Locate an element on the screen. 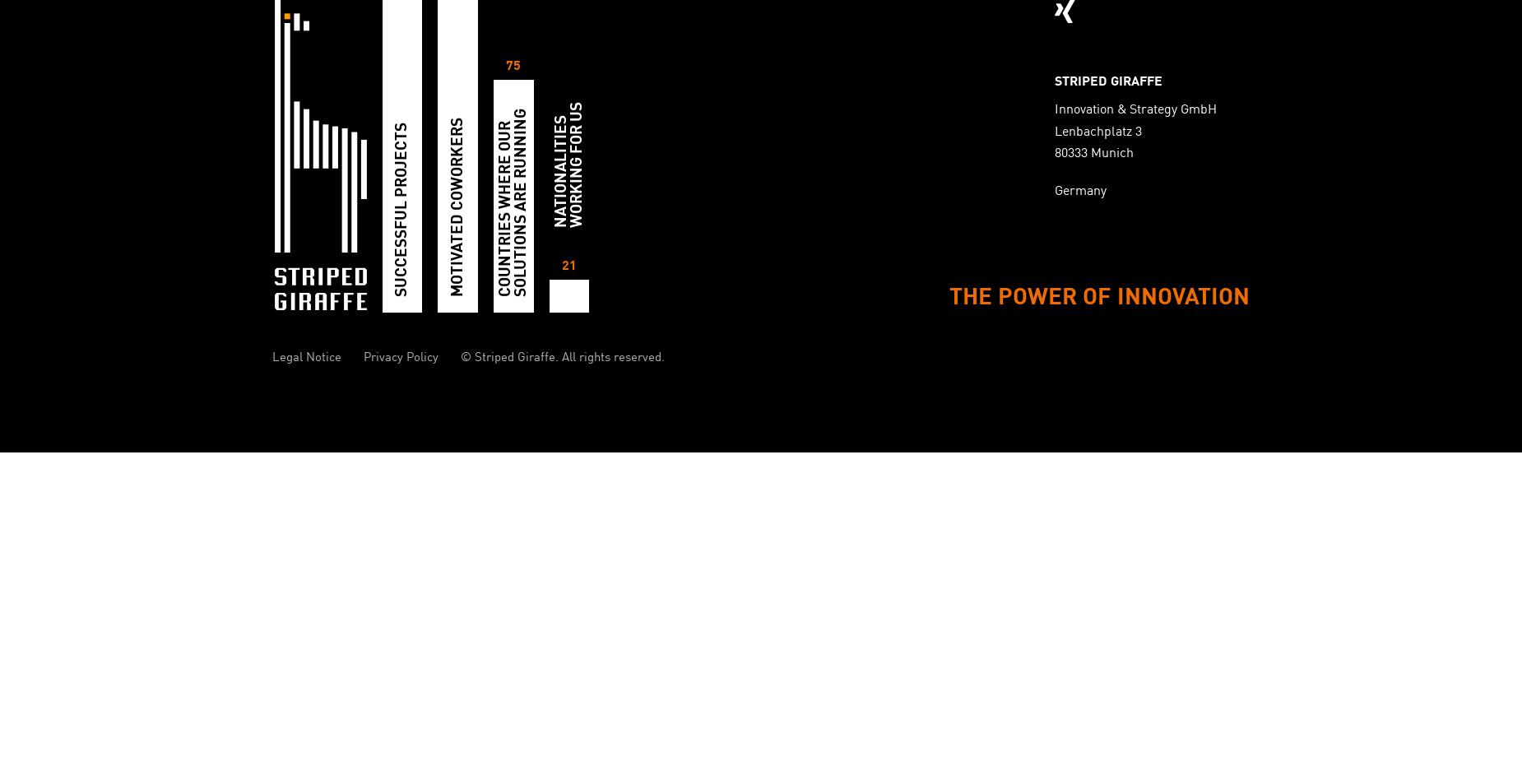 The image size is (1522, 784). 'STRIPED GIRAFFE' is located at coordinates (1107, 81).